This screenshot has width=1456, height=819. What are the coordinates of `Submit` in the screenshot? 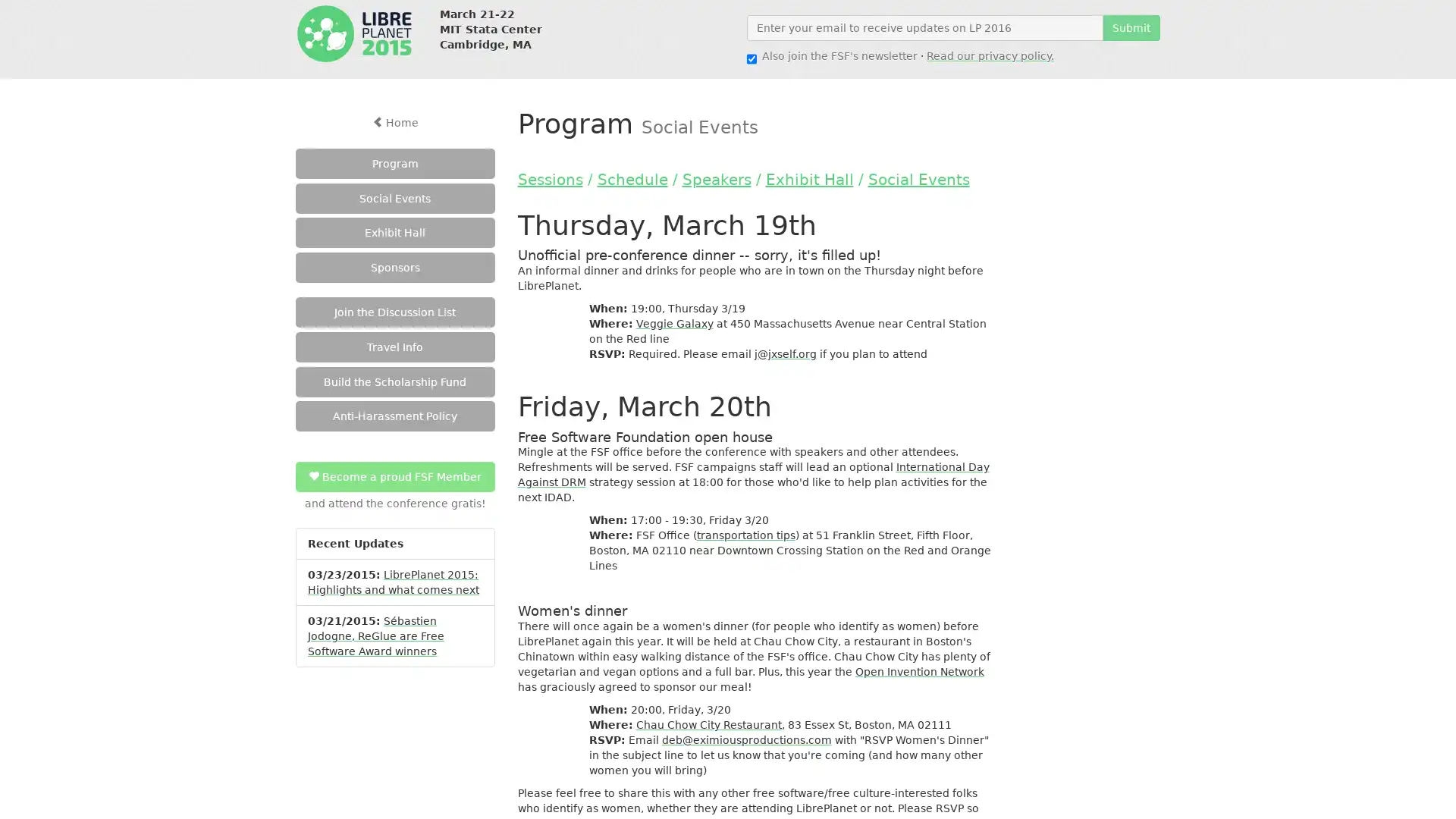 It's located at (1131, 28).